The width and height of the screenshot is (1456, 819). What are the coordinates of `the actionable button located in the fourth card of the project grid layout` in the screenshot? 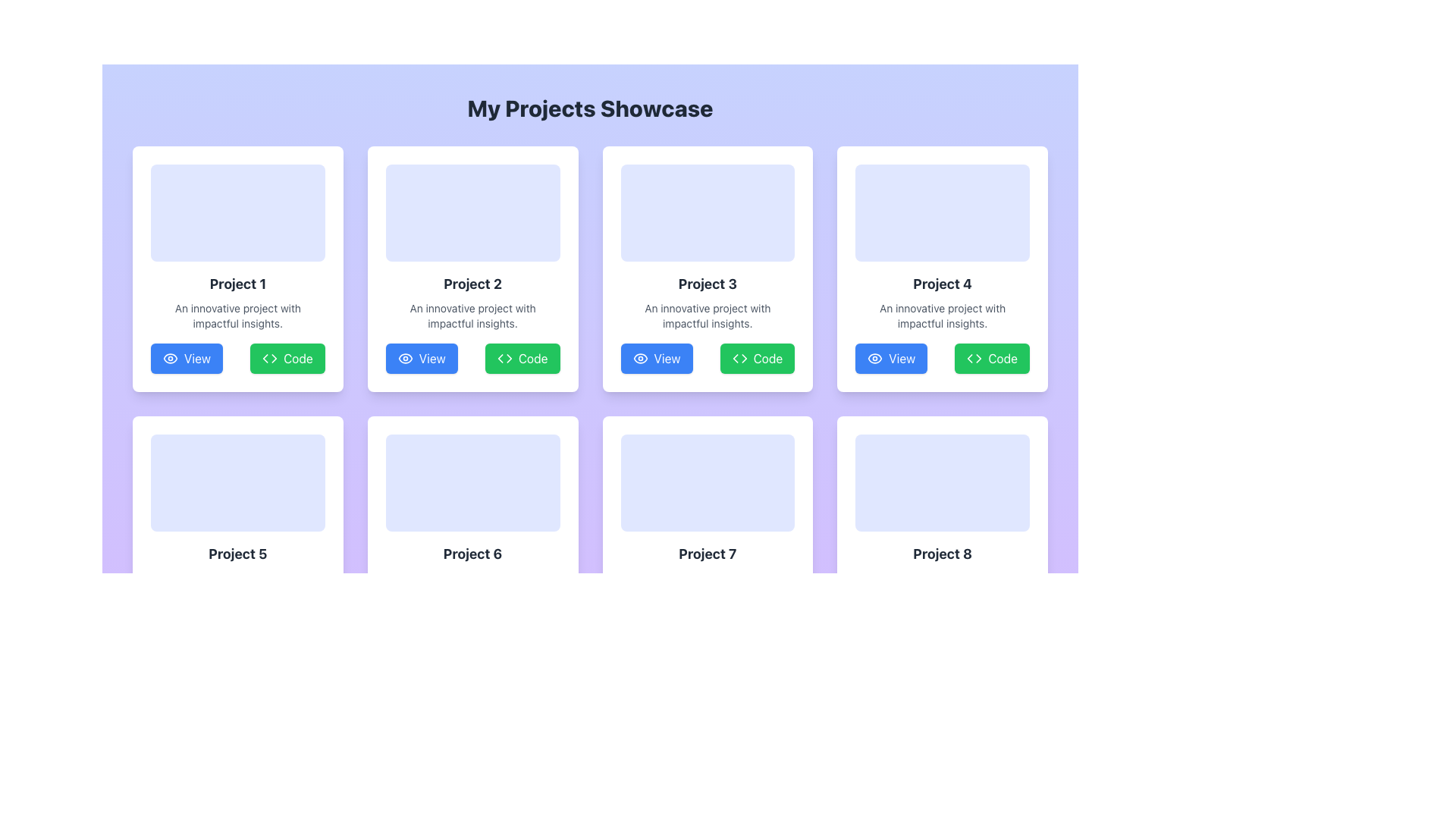 It's located at (891, 359).